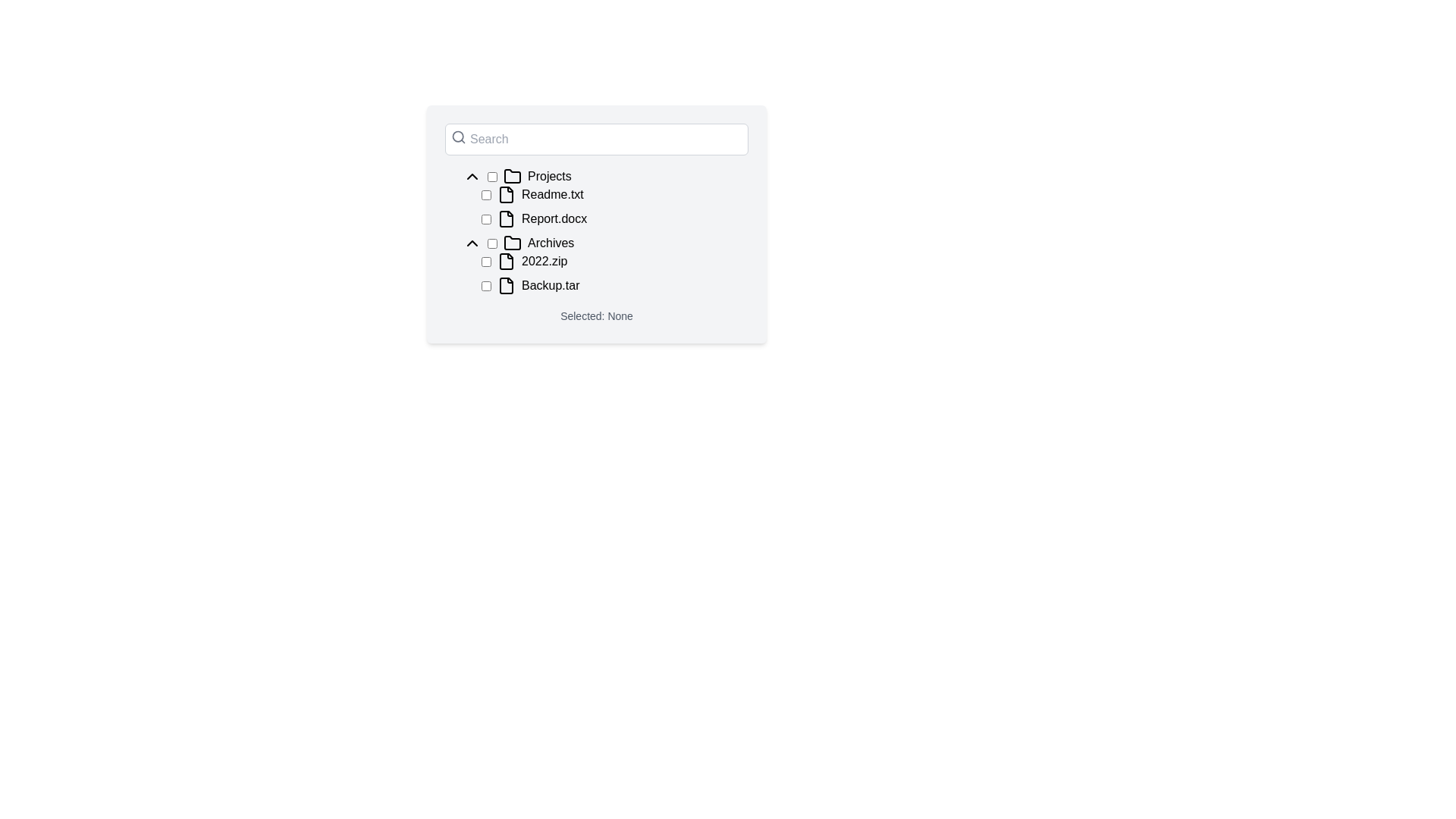 The image size is (1456, 819). Describe the element at coordinates (506, 194) in the screenshot. I see `the upper-left part of the file icon representing a file in the file manager interface, which is associated with the text label 'Readme.txt'` at that location.